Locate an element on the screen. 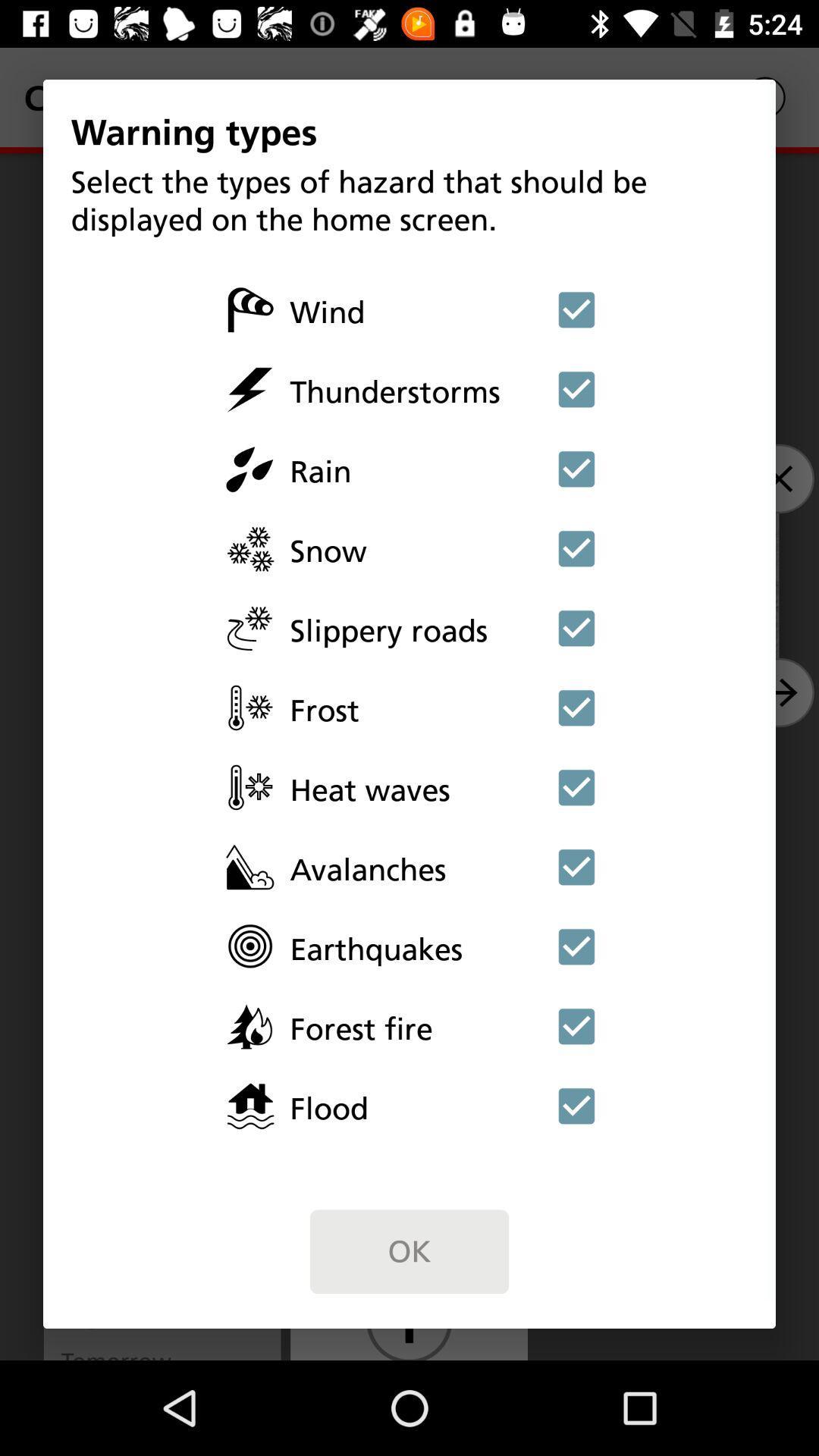  meteoswiss is located at coordinates (576, 468).